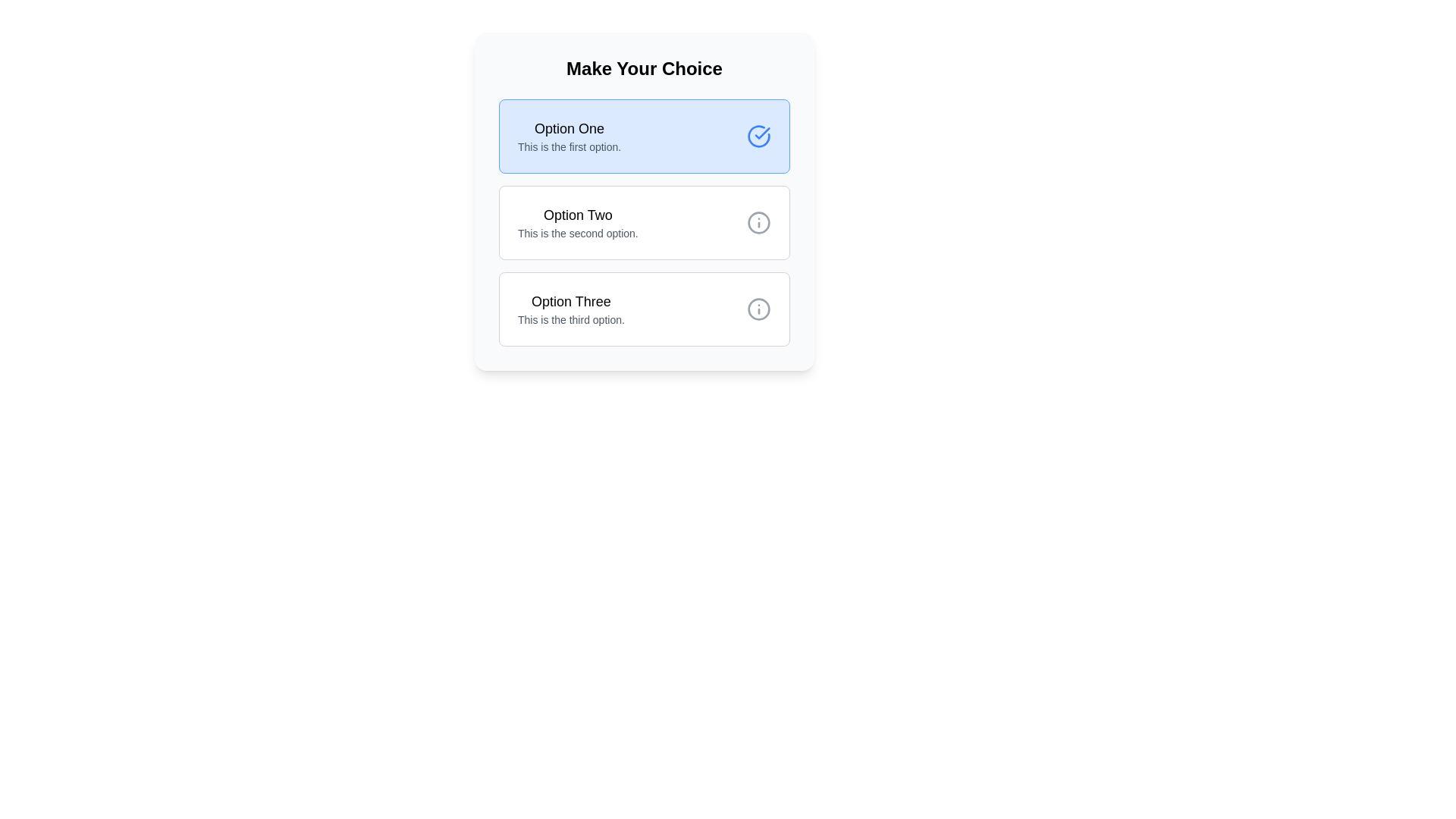 This screenshot has height=819, width=1456. What do you see at coordinates (570, 301) in the screenshot?
I see `the static text label that serves as the title for the third choice in the selection panel, located between 'Option Two' and 'This is the third option.'` at bounding box center [570, 301].